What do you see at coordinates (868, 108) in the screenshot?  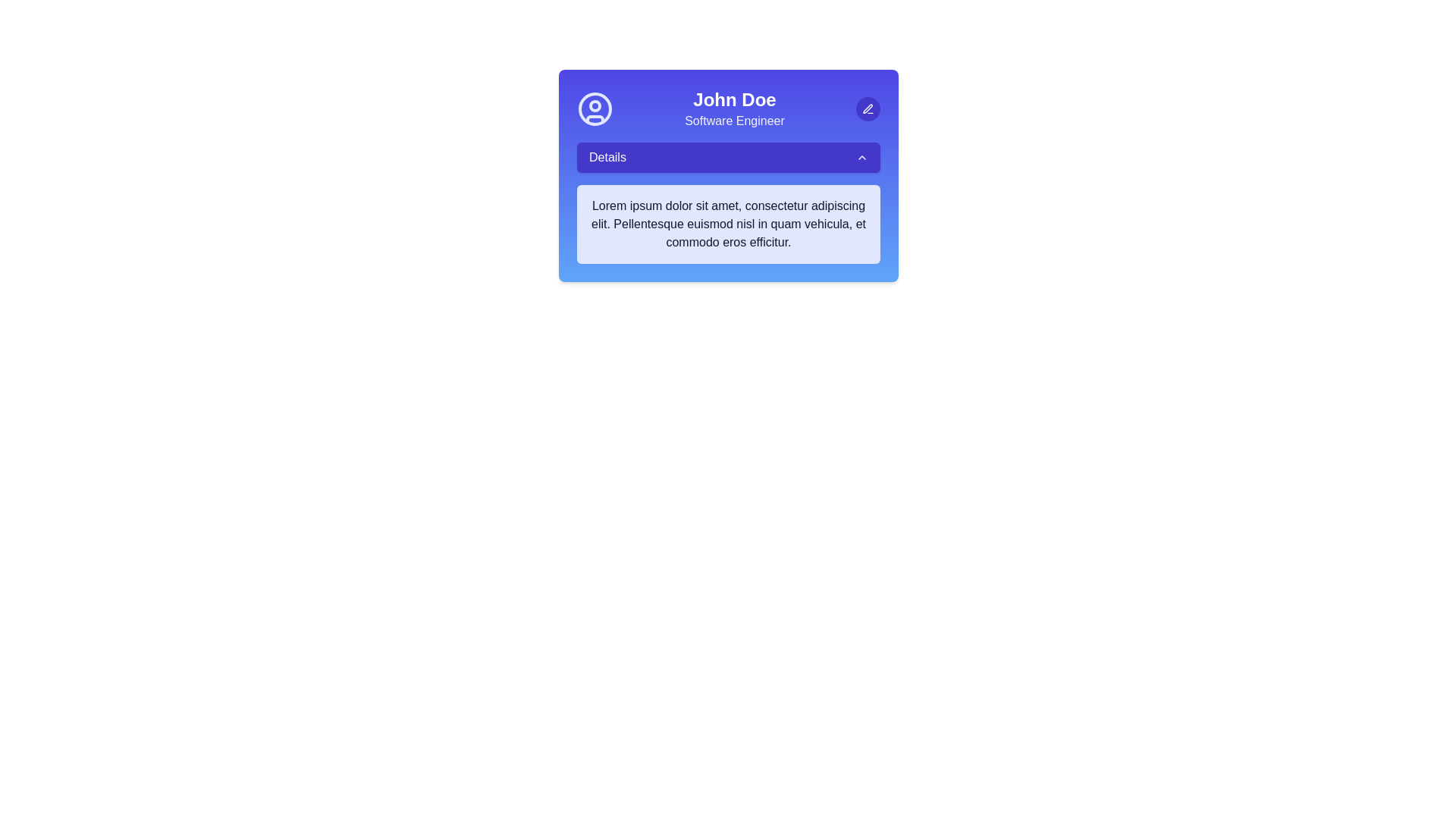 I see `the edit icon button located at the top-right corner of the user information card for accessibility purposes` at bounding box center [868, 108].